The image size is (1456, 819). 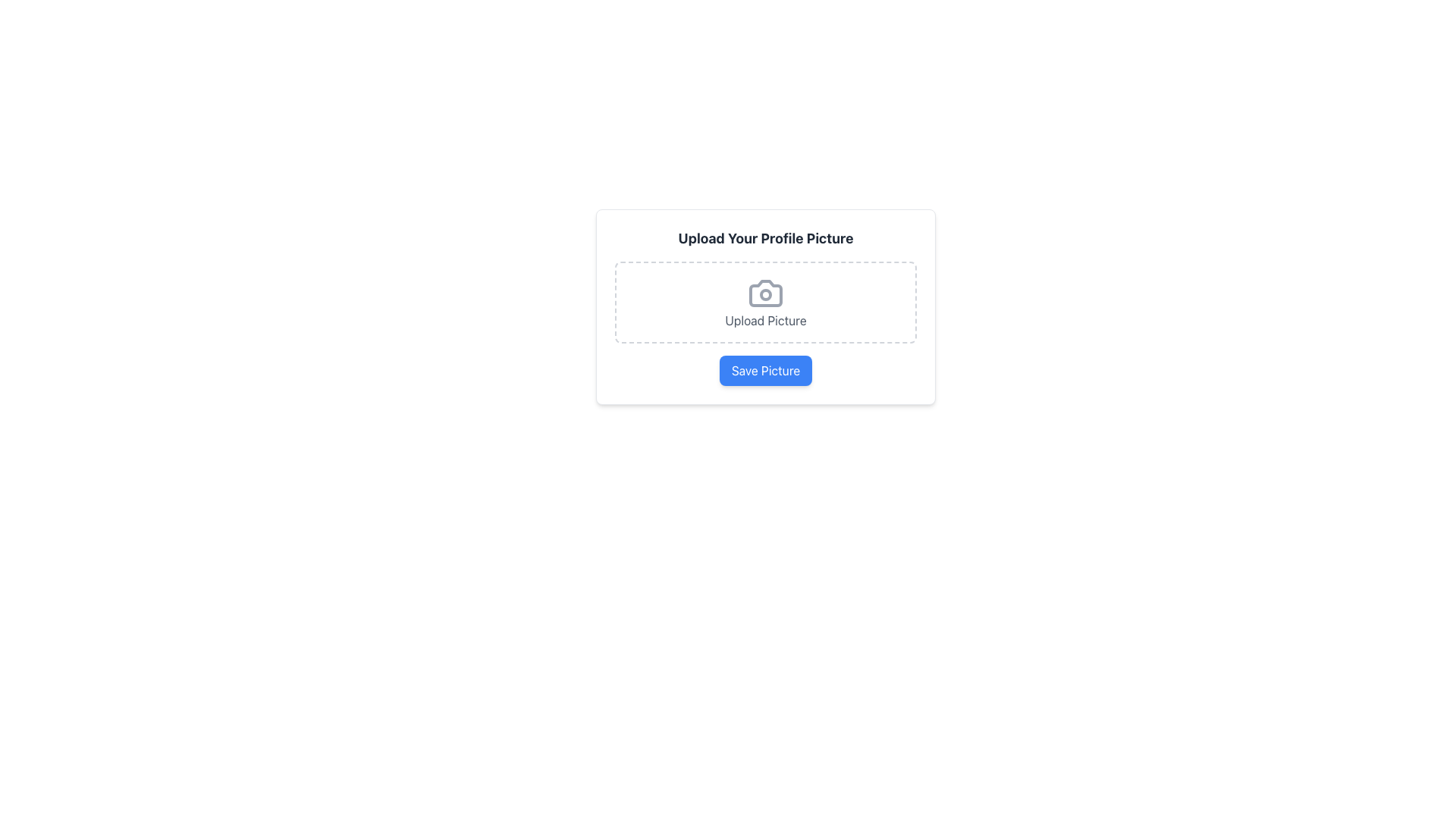 What do you see at coordinates (765, 302) in the screenshot?
I see `the interactive button-like element with a camera icon and the label 'Upload Picture'` at bounding box center [765, 302].